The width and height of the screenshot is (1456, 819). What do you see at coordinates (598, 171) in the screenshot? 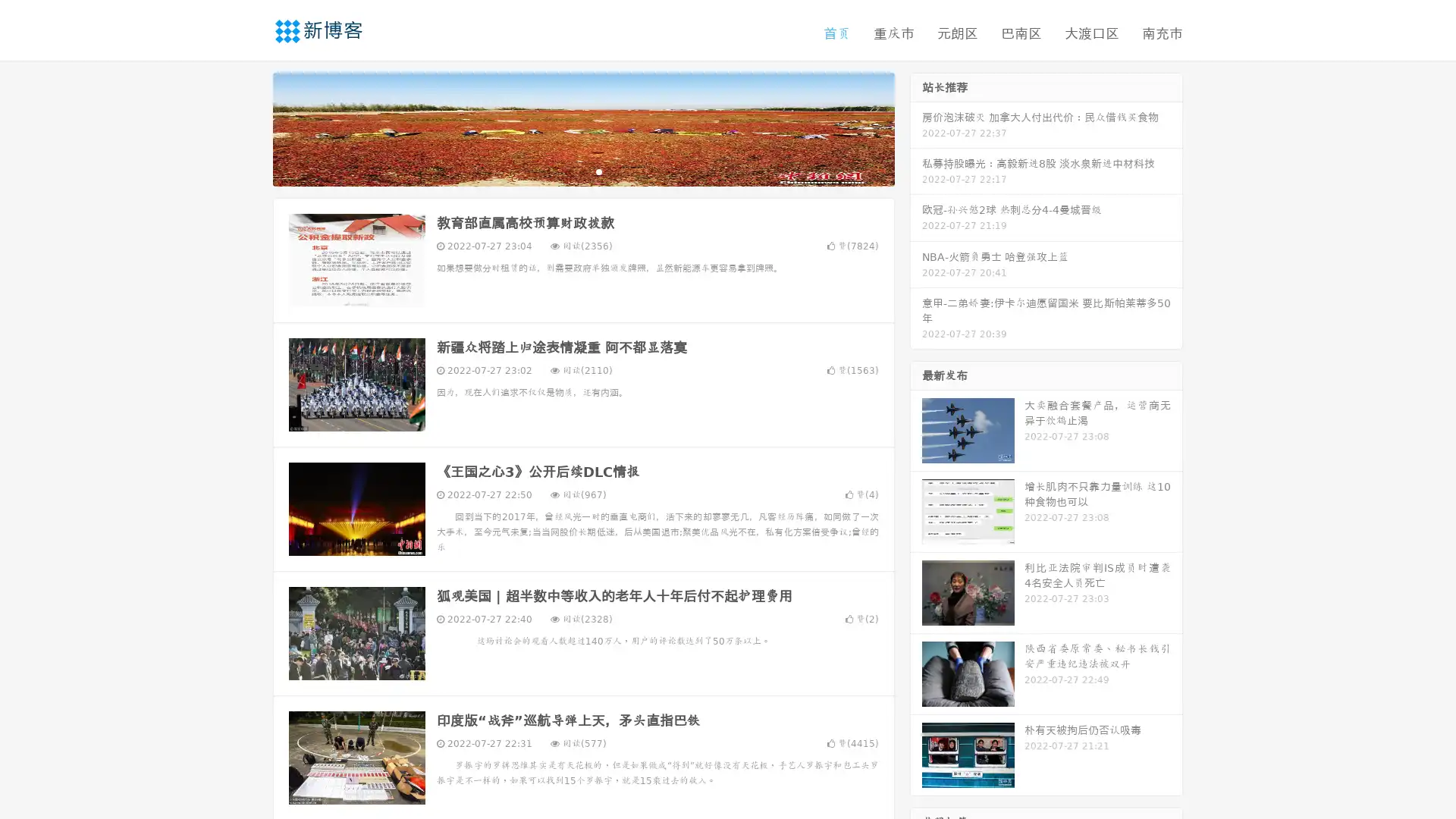
I see `Go to slide 3` at bounding box center [598, 171].